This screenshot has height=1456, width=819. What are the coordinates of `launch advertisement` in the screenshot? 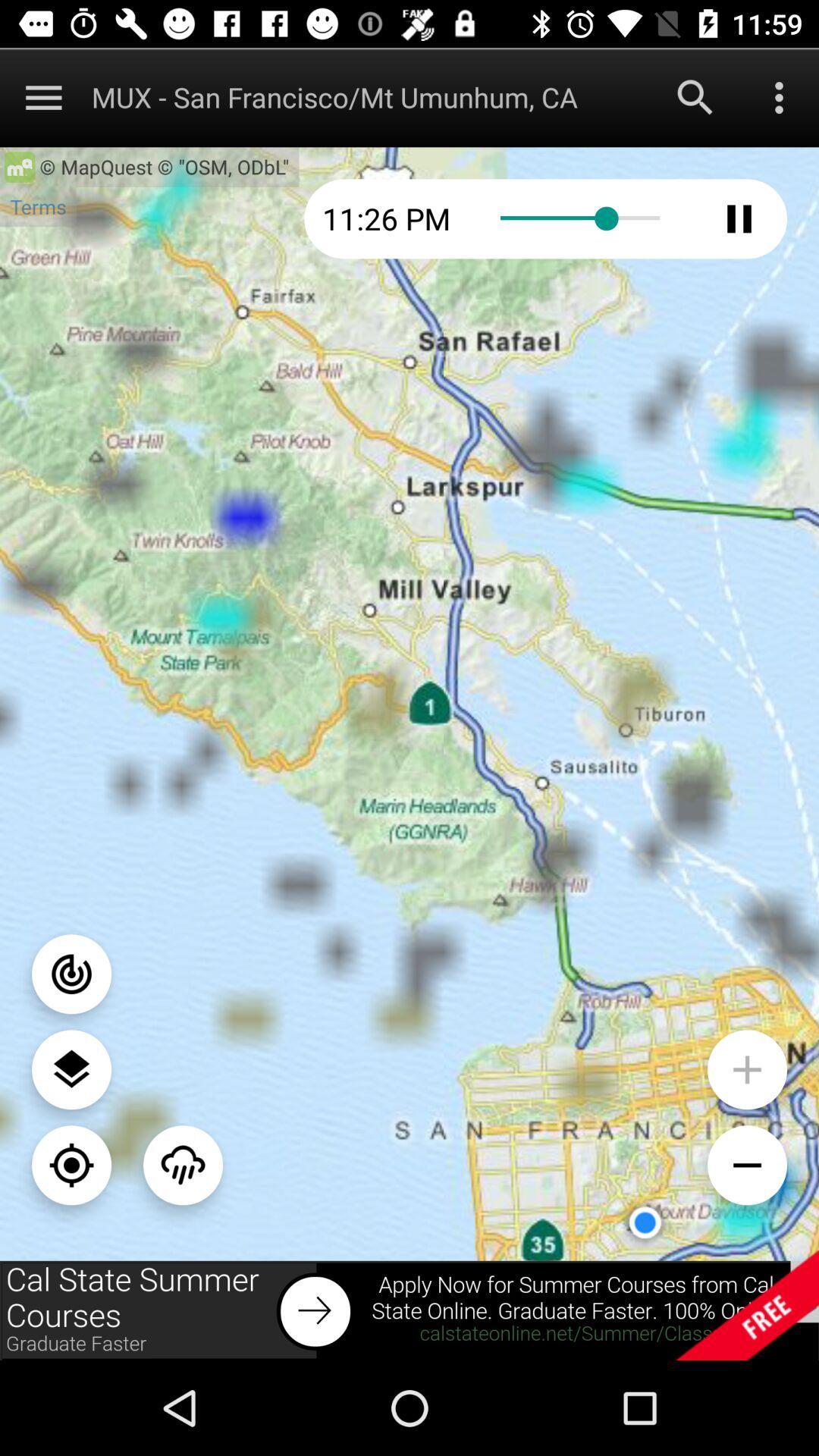 It's located at (409, 1310).